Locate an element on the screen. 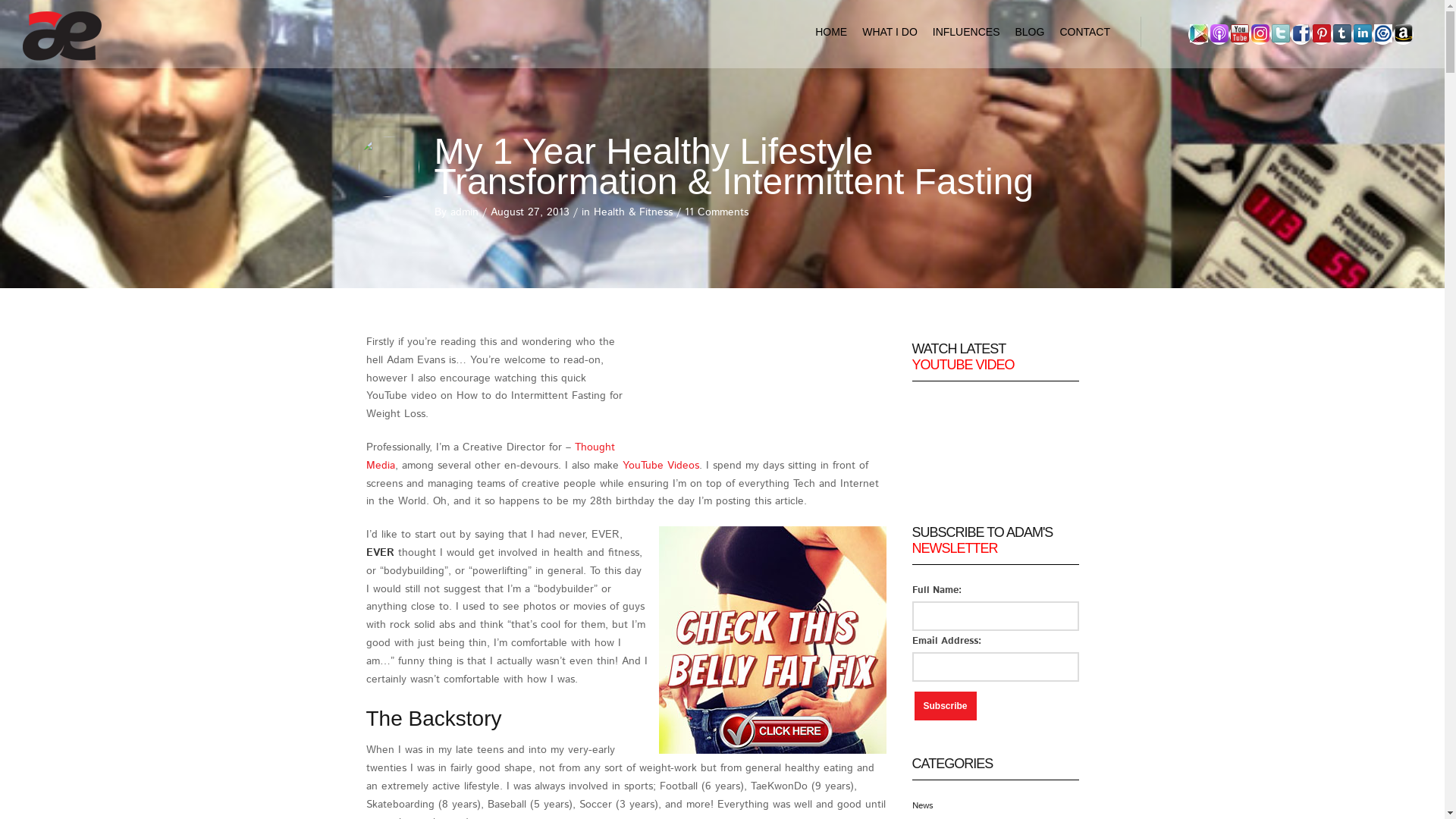 The width and height of the screenshot is (1456, 819). 'BLOG' is located at coordinates (1029, 32).